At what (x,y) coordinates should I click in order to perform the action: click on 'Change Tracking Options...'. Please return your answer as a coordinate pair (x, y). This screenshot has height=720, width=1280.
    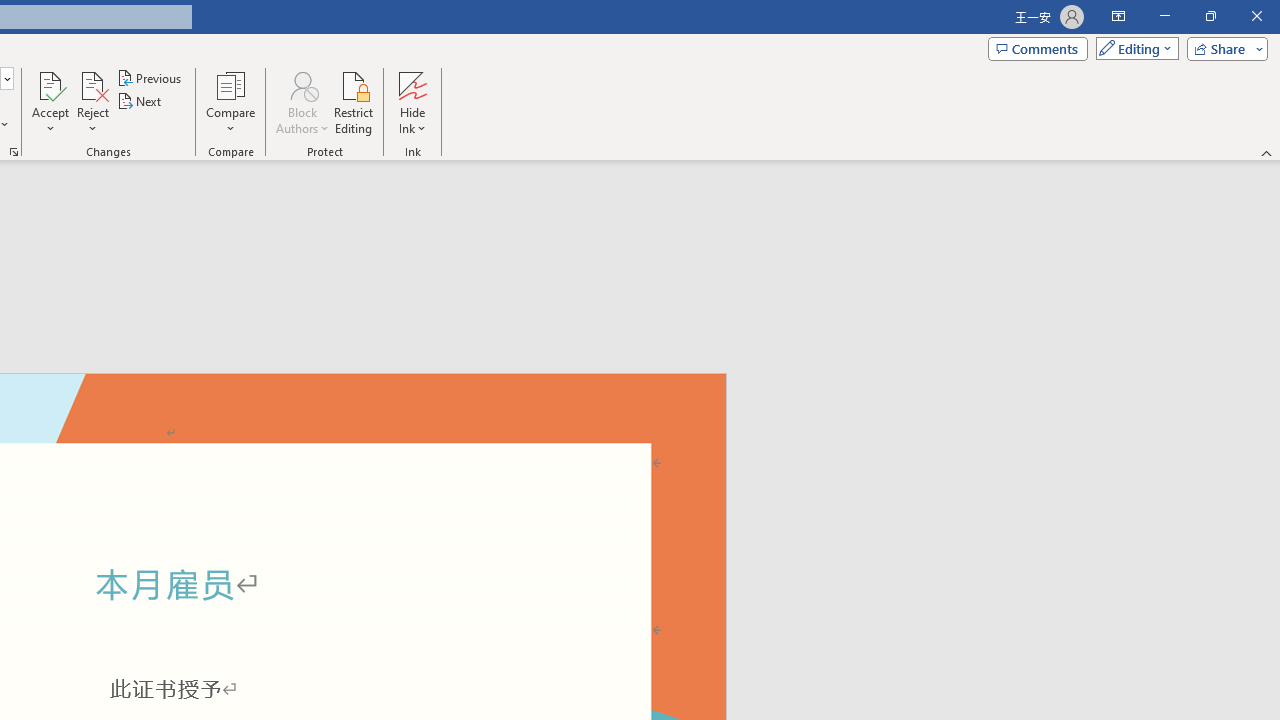
    Looking at the image, I should click on (14, 150).